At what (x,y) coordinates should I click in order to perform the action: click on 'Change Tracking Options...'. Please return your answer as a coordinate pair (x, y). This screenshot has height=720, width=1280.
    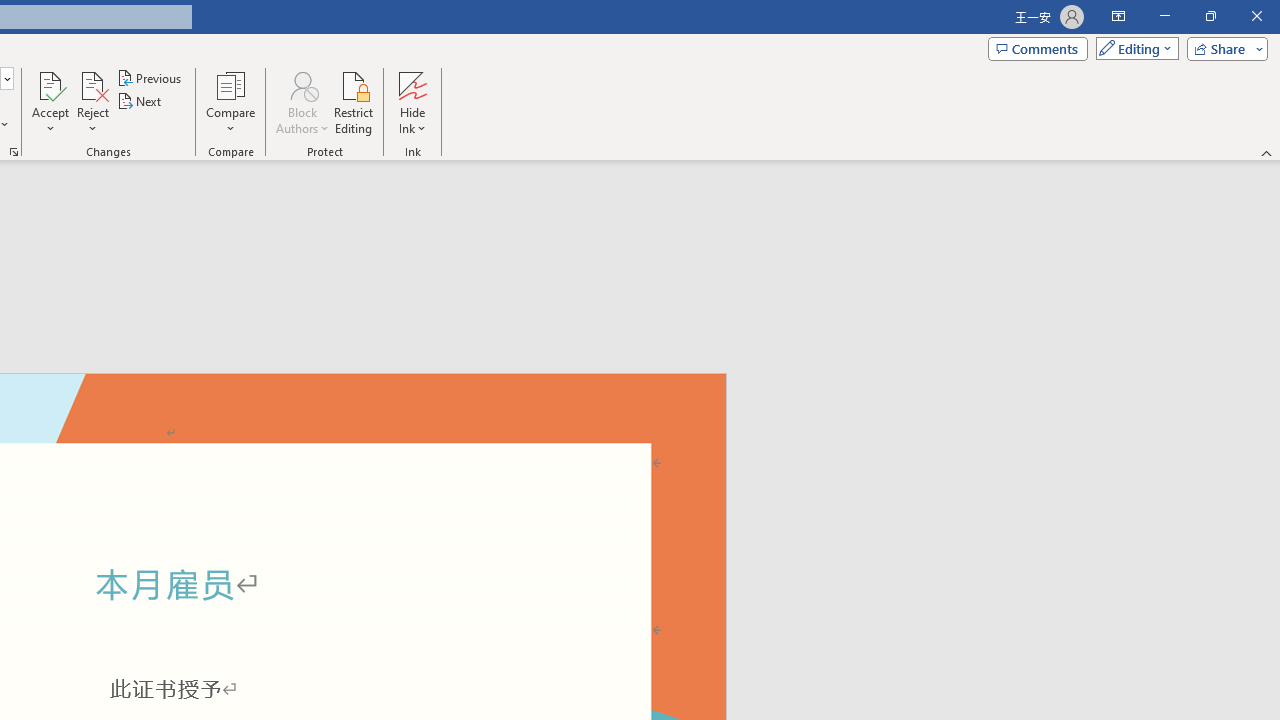
    Looking at the image, I should click on (14, 150).